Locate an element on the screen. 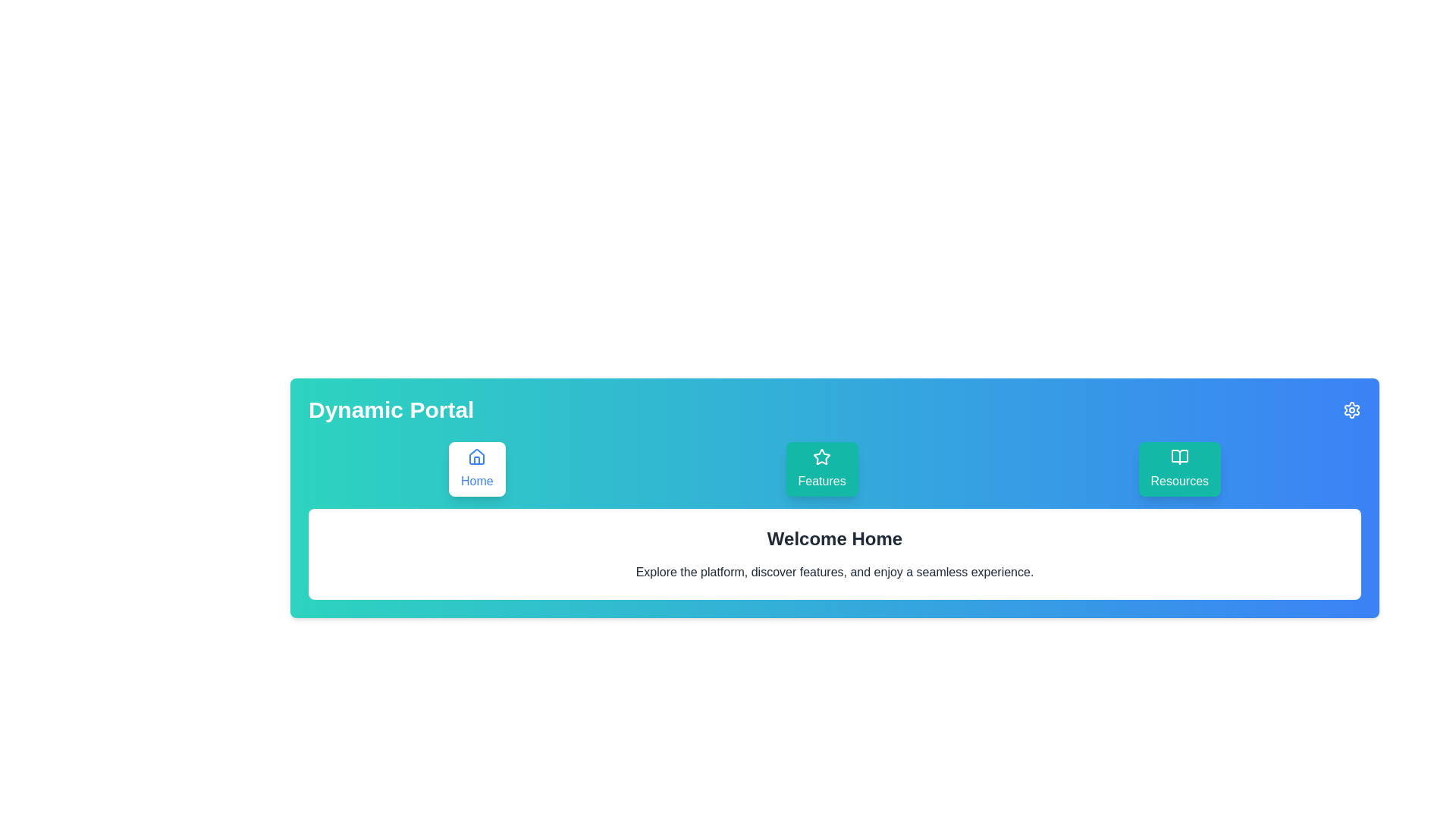  the 'Features' button, which is the middle button in a row of three buttons labeled 'Home', 'Features', and 'Resources' is located at coordinates (821, 468).